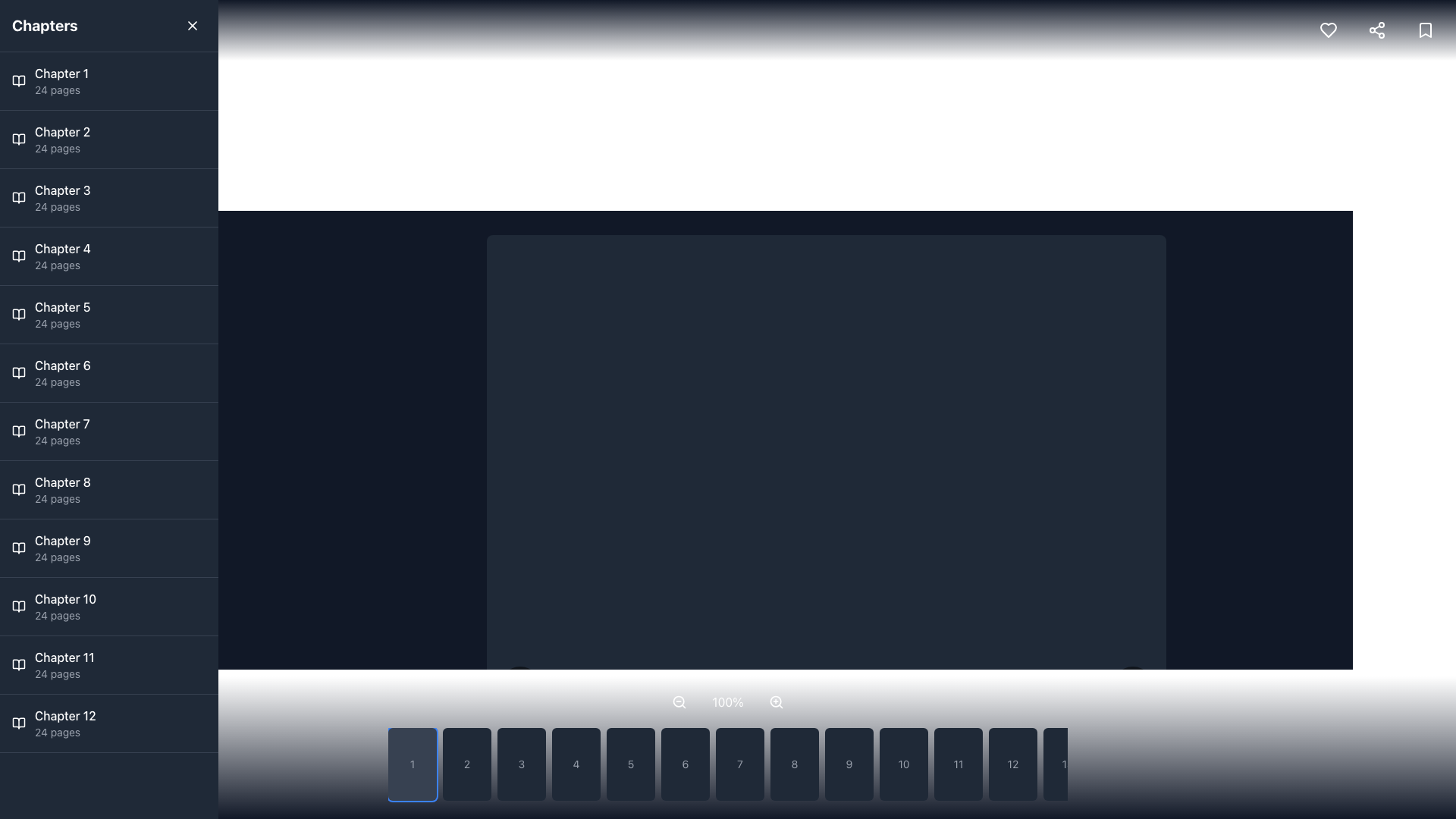 Image resolution: width=1456 pixels, height=819 pixels. Describe the element at coordinates (61, 90) in the screenshot. I see `the static text label that informs the user about the number of pages associated with 'Chapter 1', located beneath the 'Chapter 1' text in the left-hand navigation panel` at that location.